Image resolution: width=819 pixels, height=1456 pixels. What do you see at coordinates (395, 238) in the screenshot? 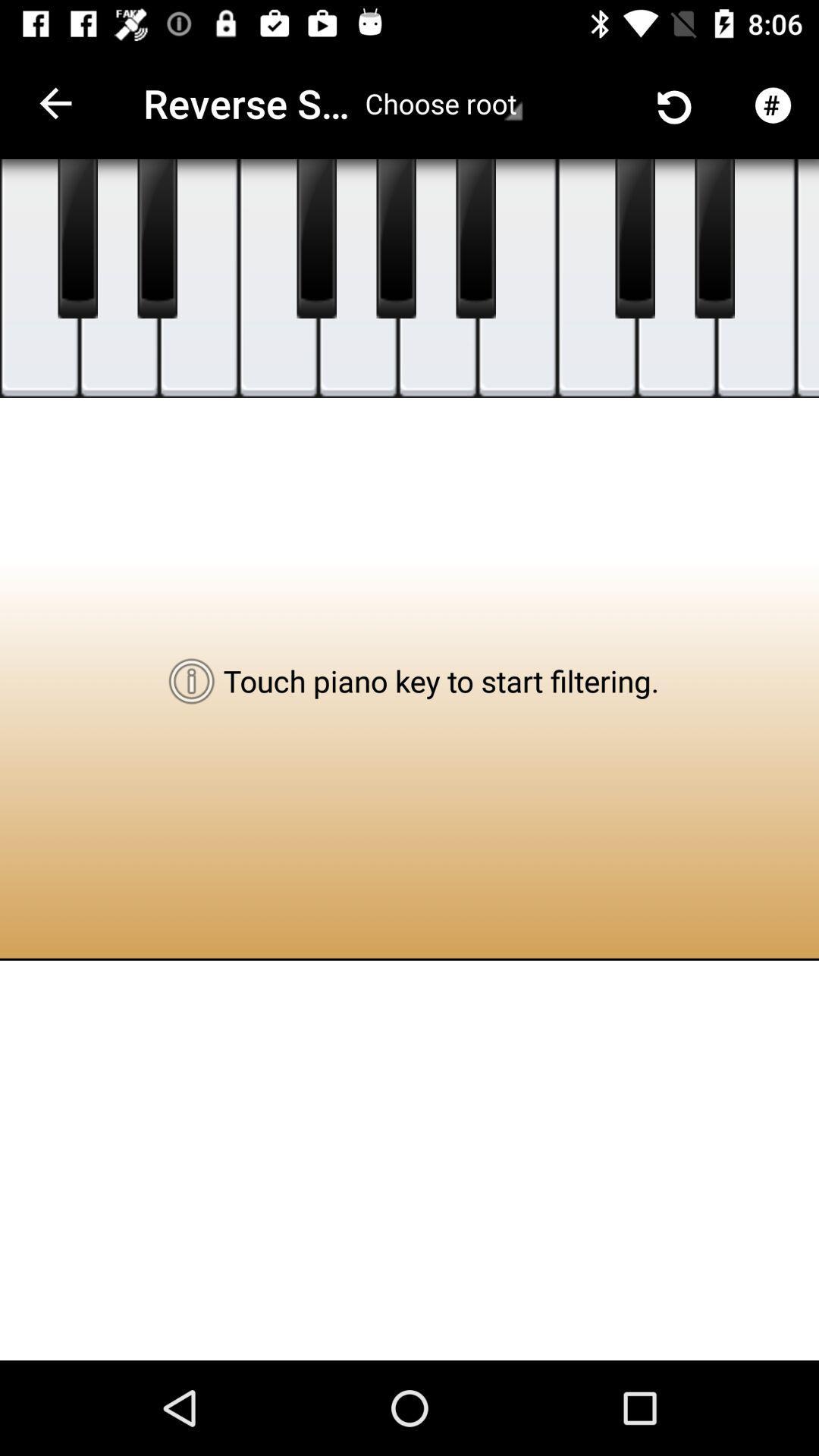
I see `piano key` at bounding box center [395, 238].